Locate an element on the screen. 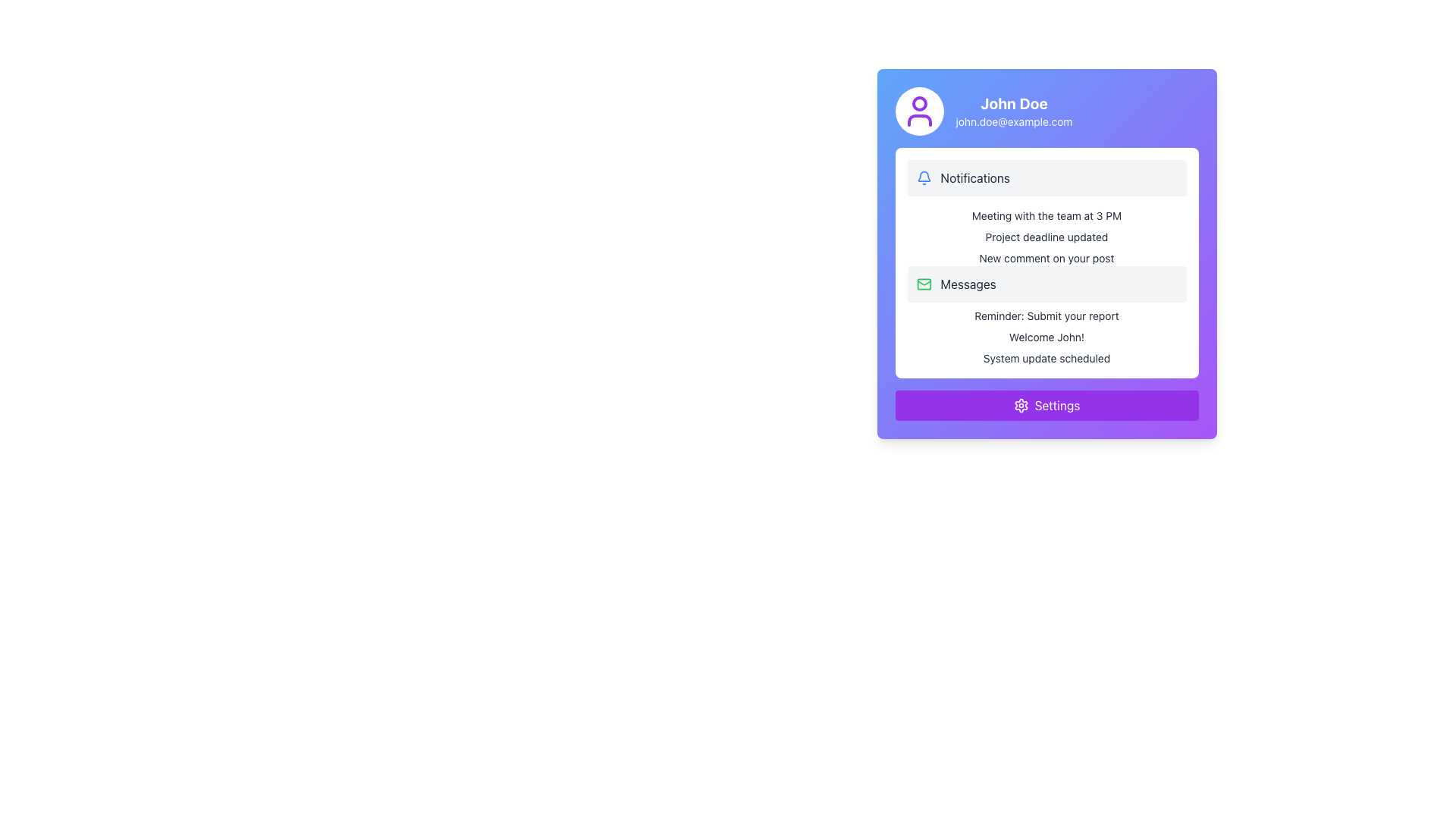 This screenshot has width=1456, height=819. the notifications text block containing 'Meeting with the team at 3 PM', 'Project deadline updated', and 'New comment on your post' to potentially see additional details or highlights is located at coordinates (1046, 237).